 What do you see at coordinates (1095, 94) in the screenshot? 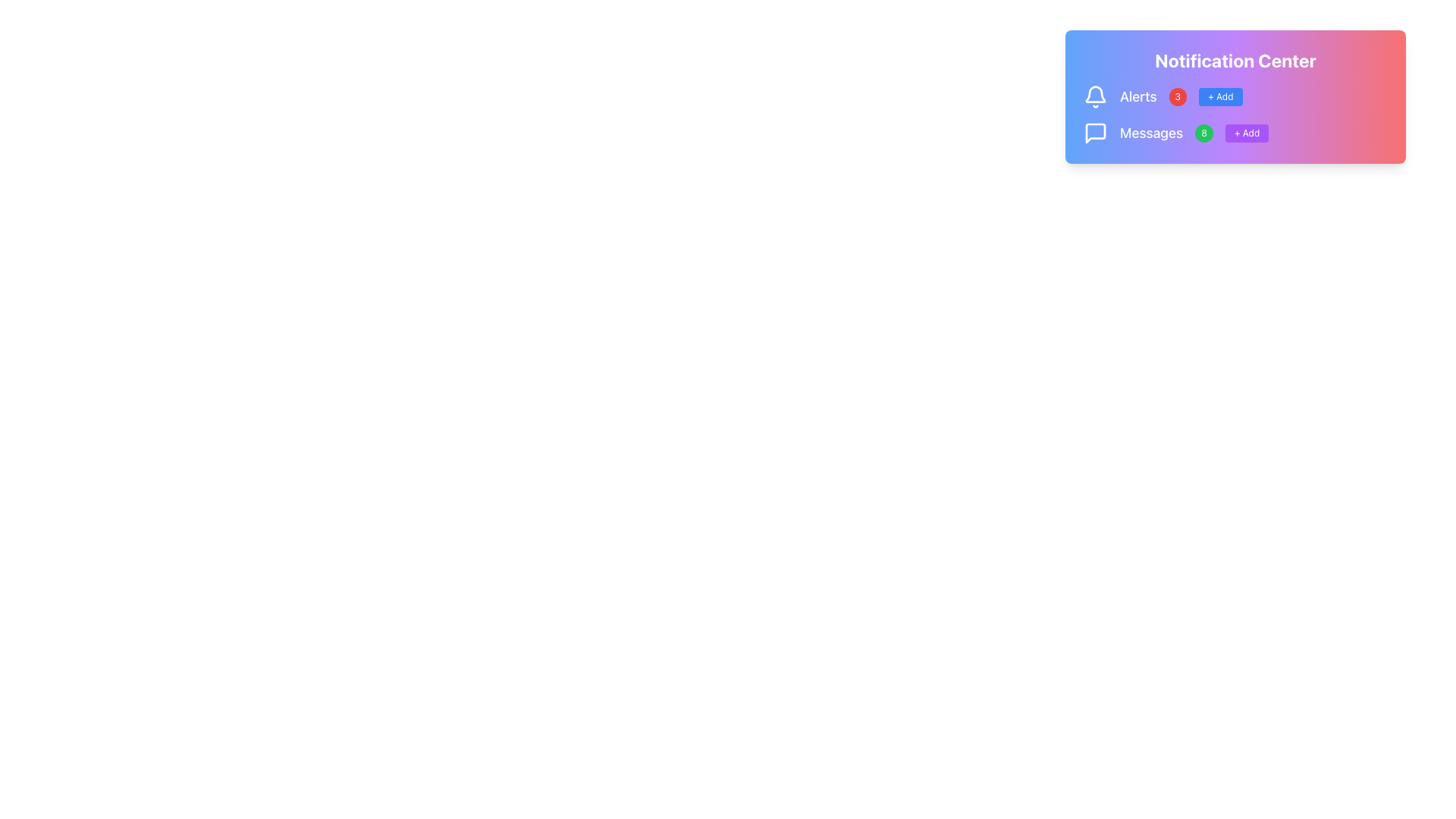
I see `the notification icon located in the Notification Center panel, to the left of the text labeled 'Alerts'` at bounding box center [1095, 94].